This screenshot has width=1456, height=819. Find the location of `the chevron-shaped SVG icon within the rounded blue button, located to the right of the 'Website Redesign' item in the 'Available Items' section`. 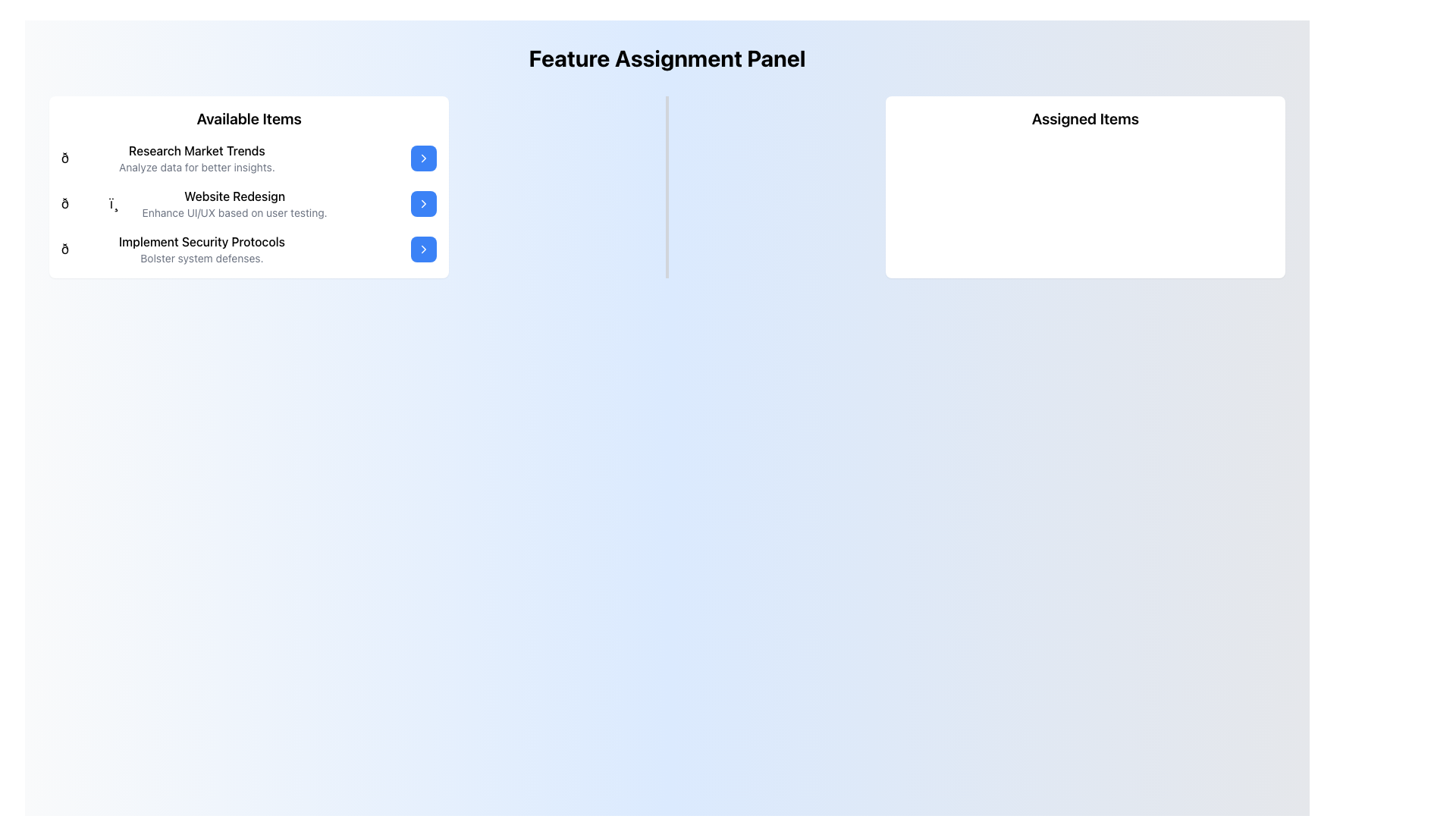

the chevron-shaped SVG icon within the rounded blue button, located to the right of the 'Website Redesign' item in the 'Available Items' section is located at coordinates (424, 203).